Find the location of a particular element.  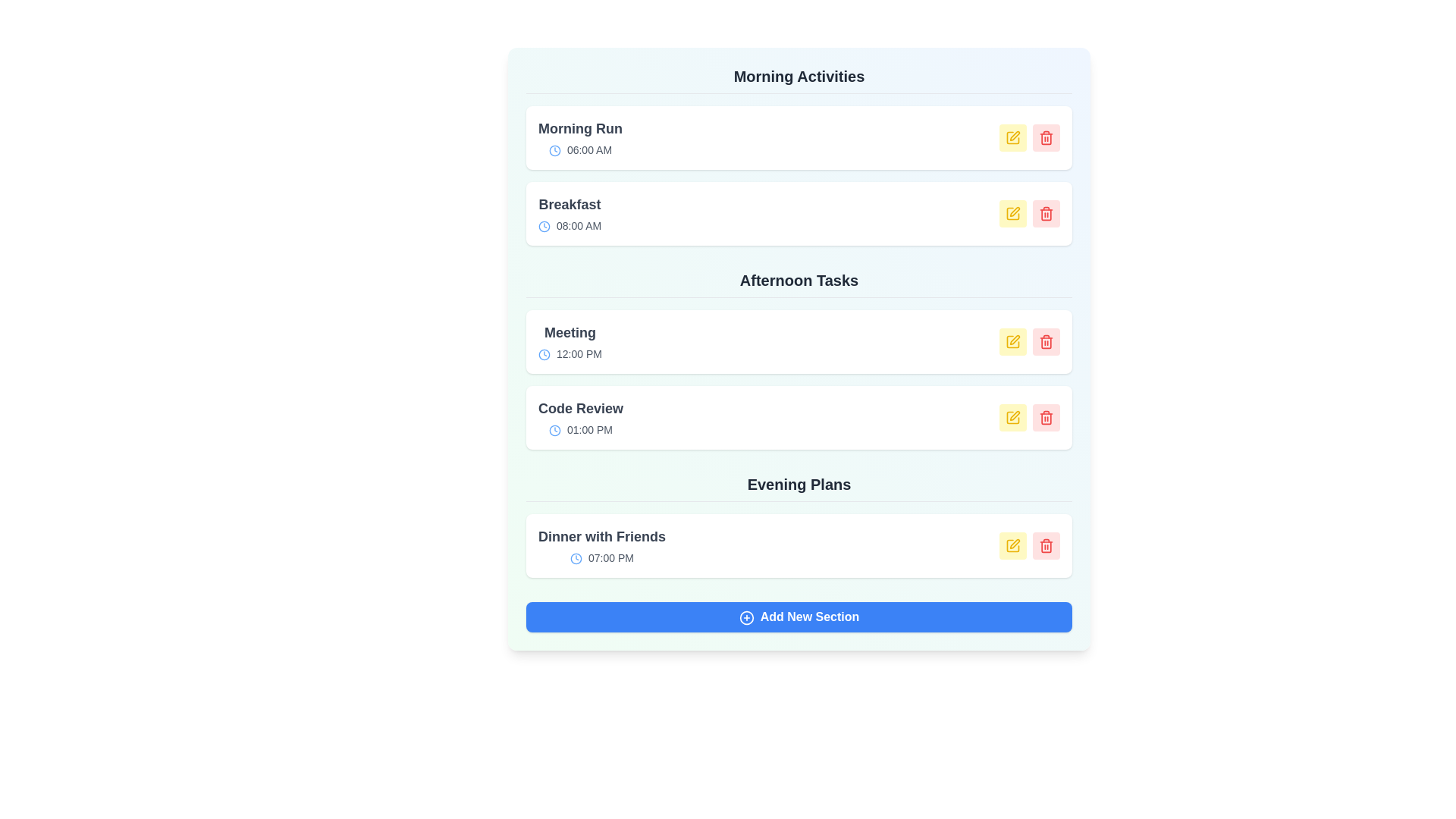

delete button for the event Dinner with Friends is located at coordinates (1046, 546).